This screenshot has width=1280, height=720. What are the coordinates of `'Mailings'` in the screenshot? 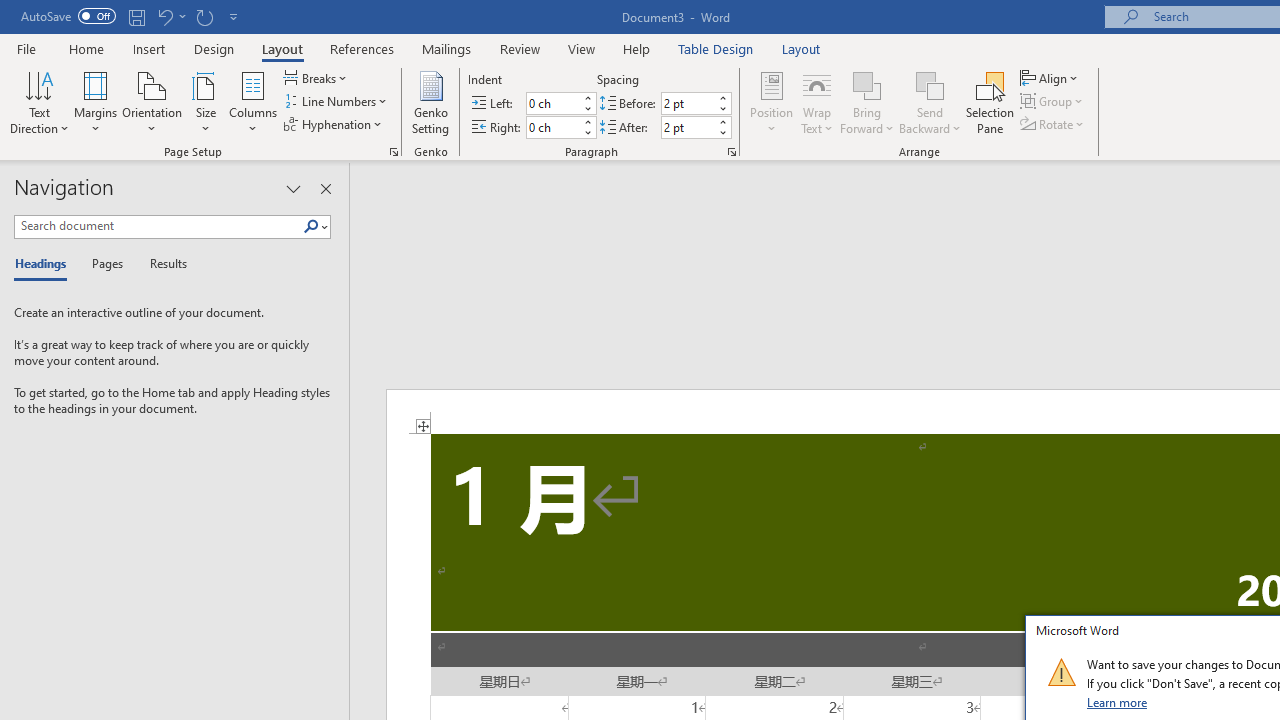 It's located at (446, 48).